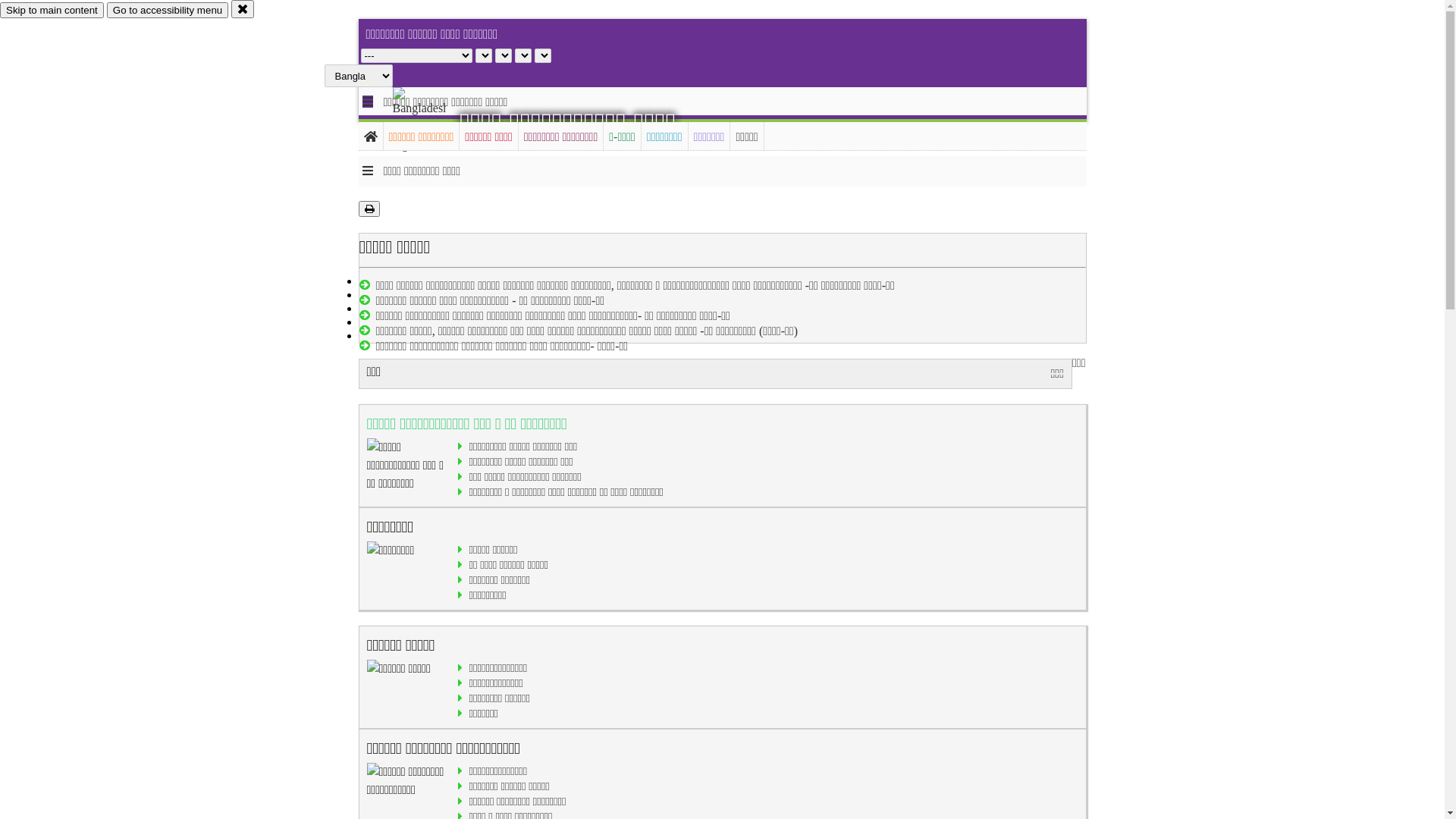 The width and height of the screenshot is (1456, 819). What do you see at coordinates (52, 10) in the screenshot?
I see `'Skip to main content'` at bounding box center [52, 10].